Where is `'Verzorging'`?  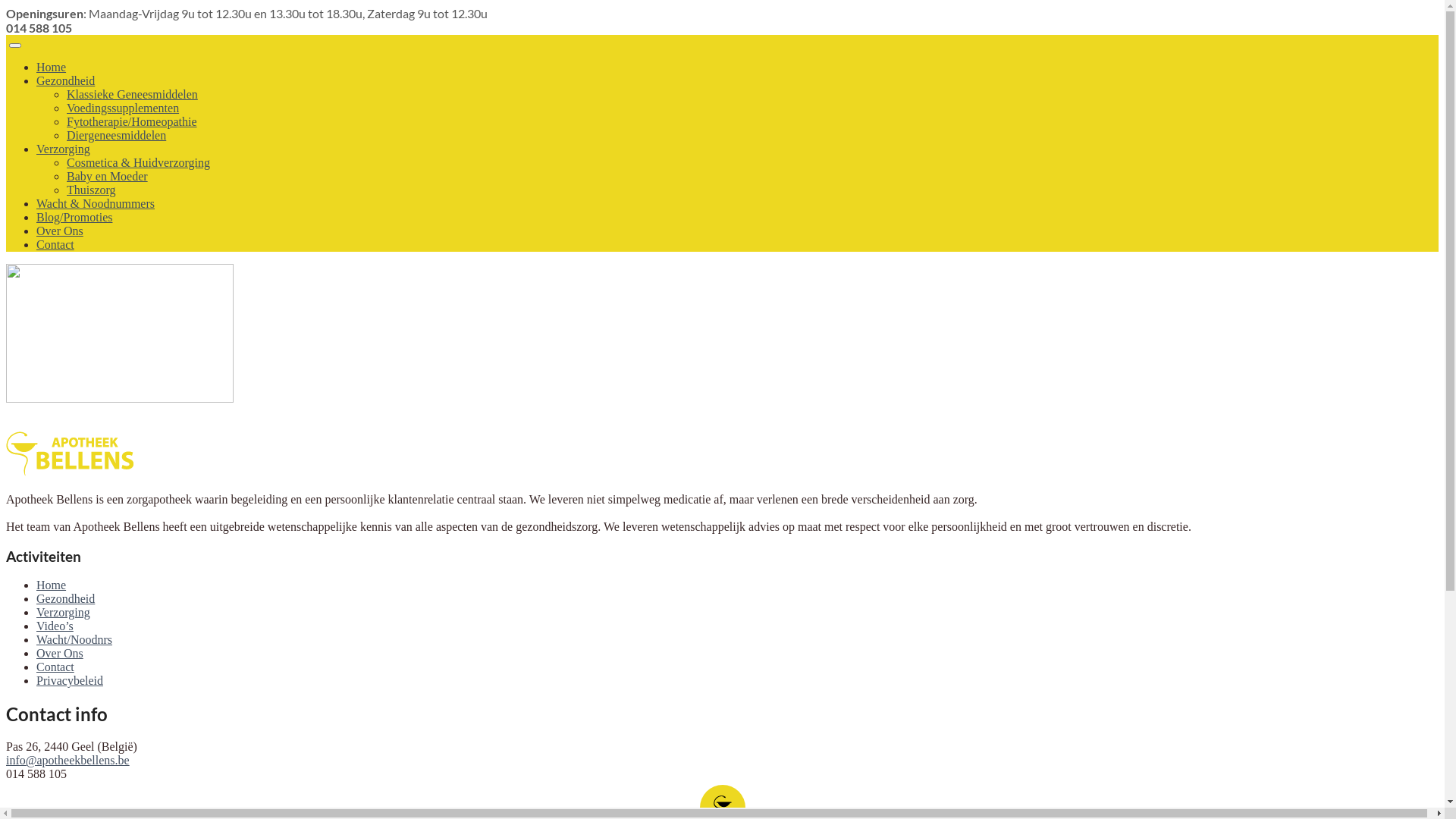 'Verzorging' is located at coordinates (62, 149).